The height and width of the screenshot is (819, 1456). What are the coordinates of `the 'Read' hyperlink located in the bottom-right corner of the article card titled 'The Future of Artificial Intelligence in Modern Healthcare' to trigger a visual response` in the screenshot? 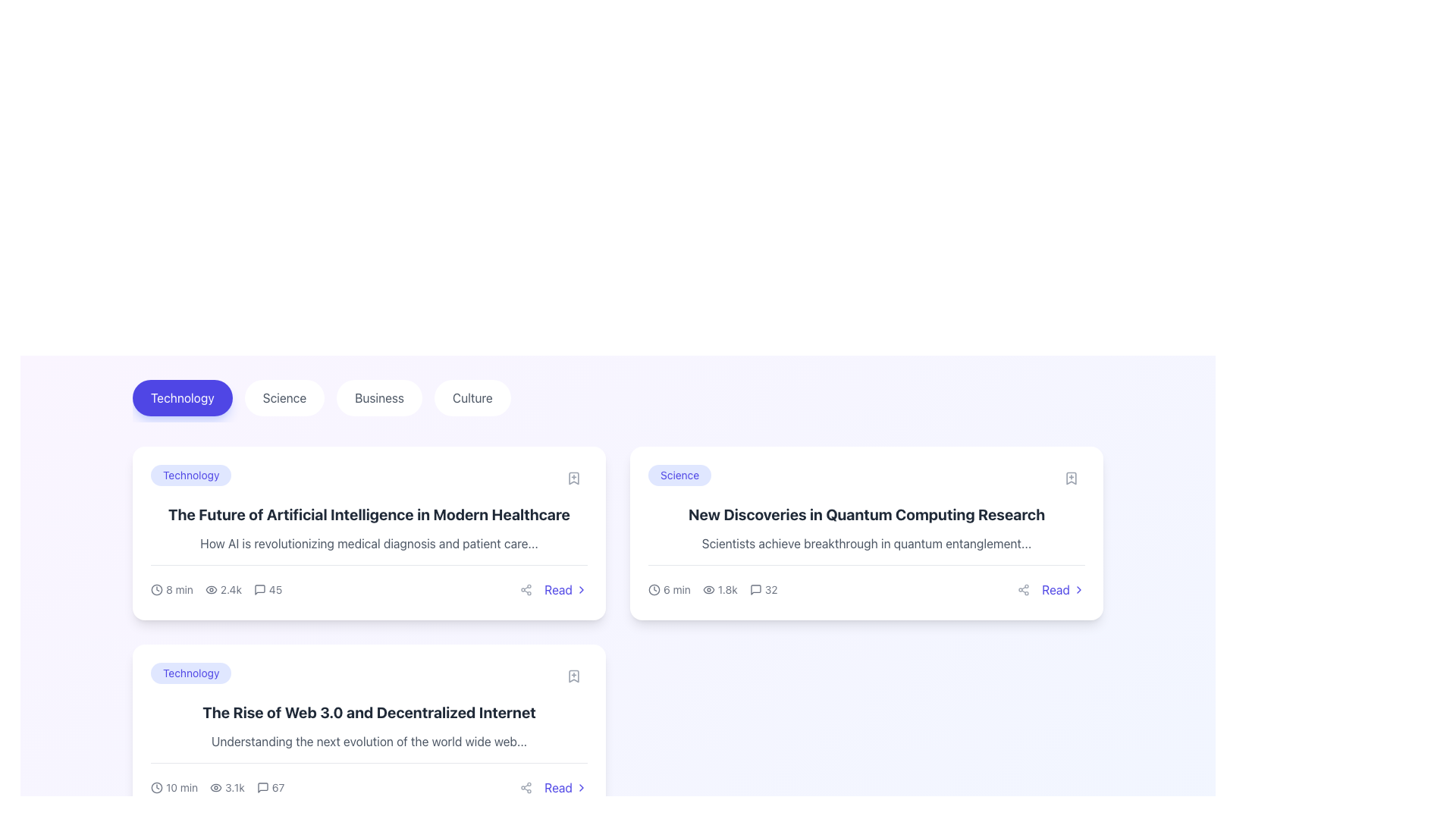 It's located at (565, 589).